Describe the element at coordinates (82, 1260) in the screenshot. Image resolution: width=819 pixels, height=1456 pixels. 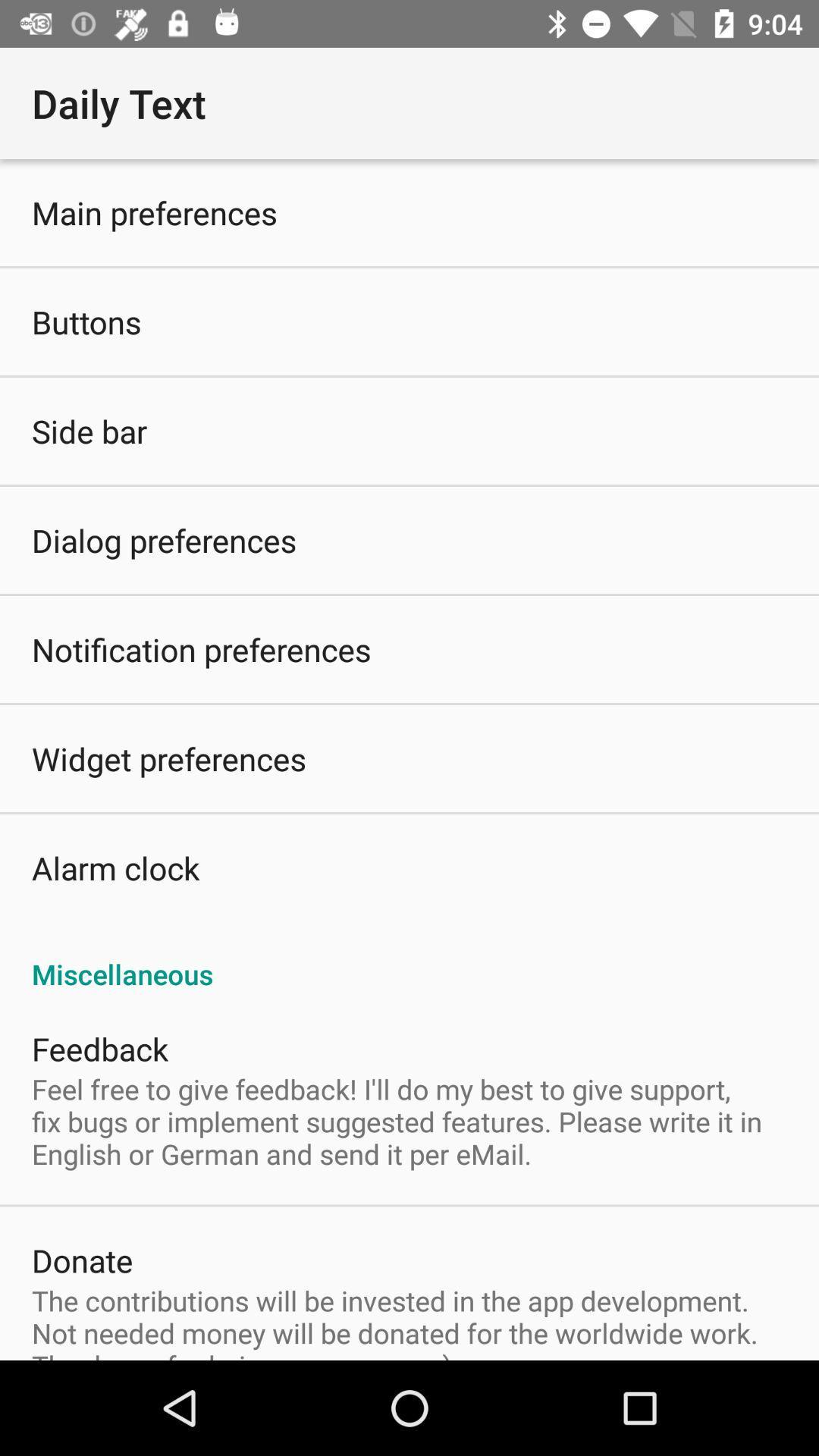
I see `the icon below the feel free to app` at that location.